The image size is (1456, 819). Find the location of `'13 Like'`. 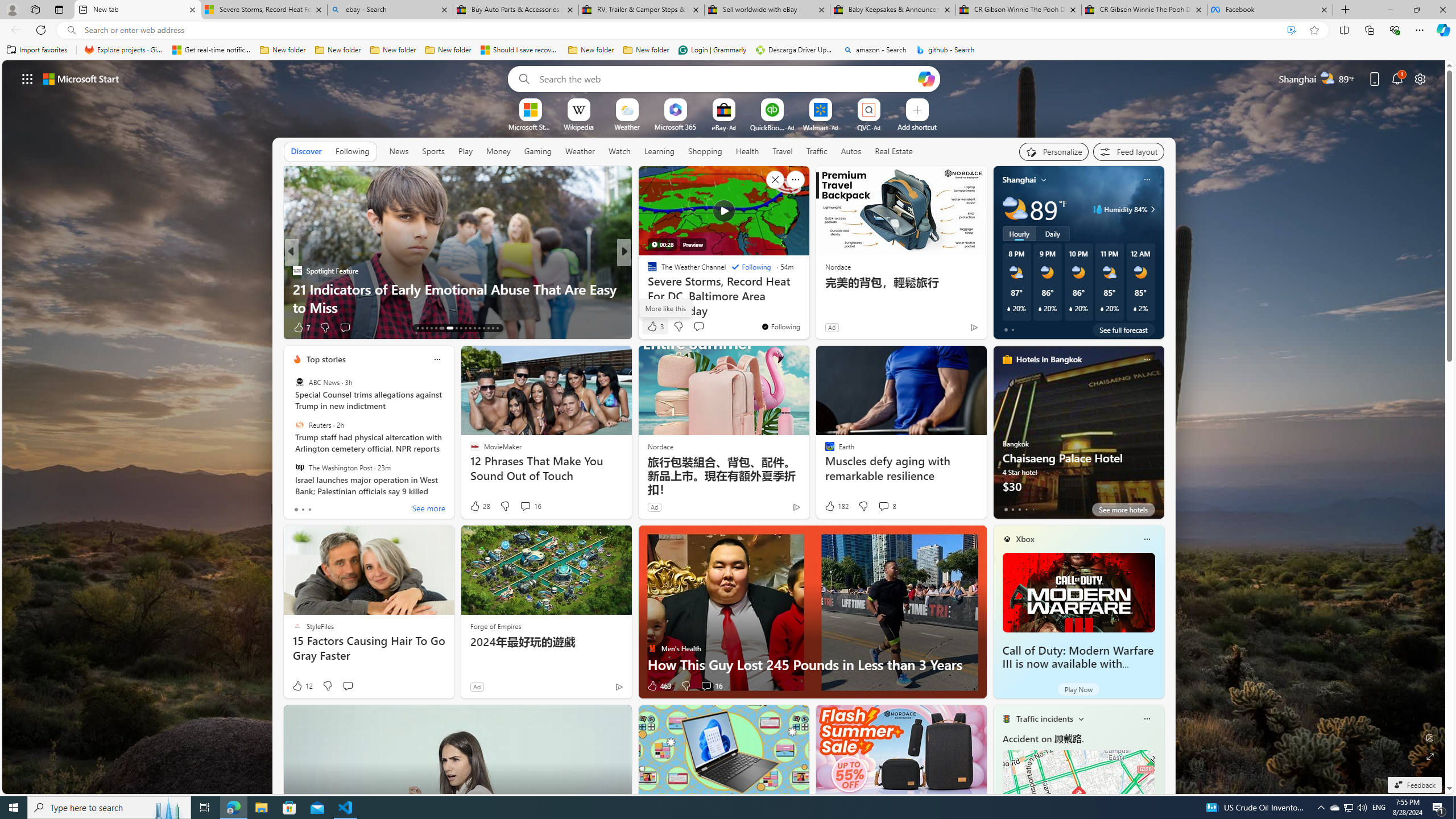

'13 Like' is located at coordinates (652, 327).